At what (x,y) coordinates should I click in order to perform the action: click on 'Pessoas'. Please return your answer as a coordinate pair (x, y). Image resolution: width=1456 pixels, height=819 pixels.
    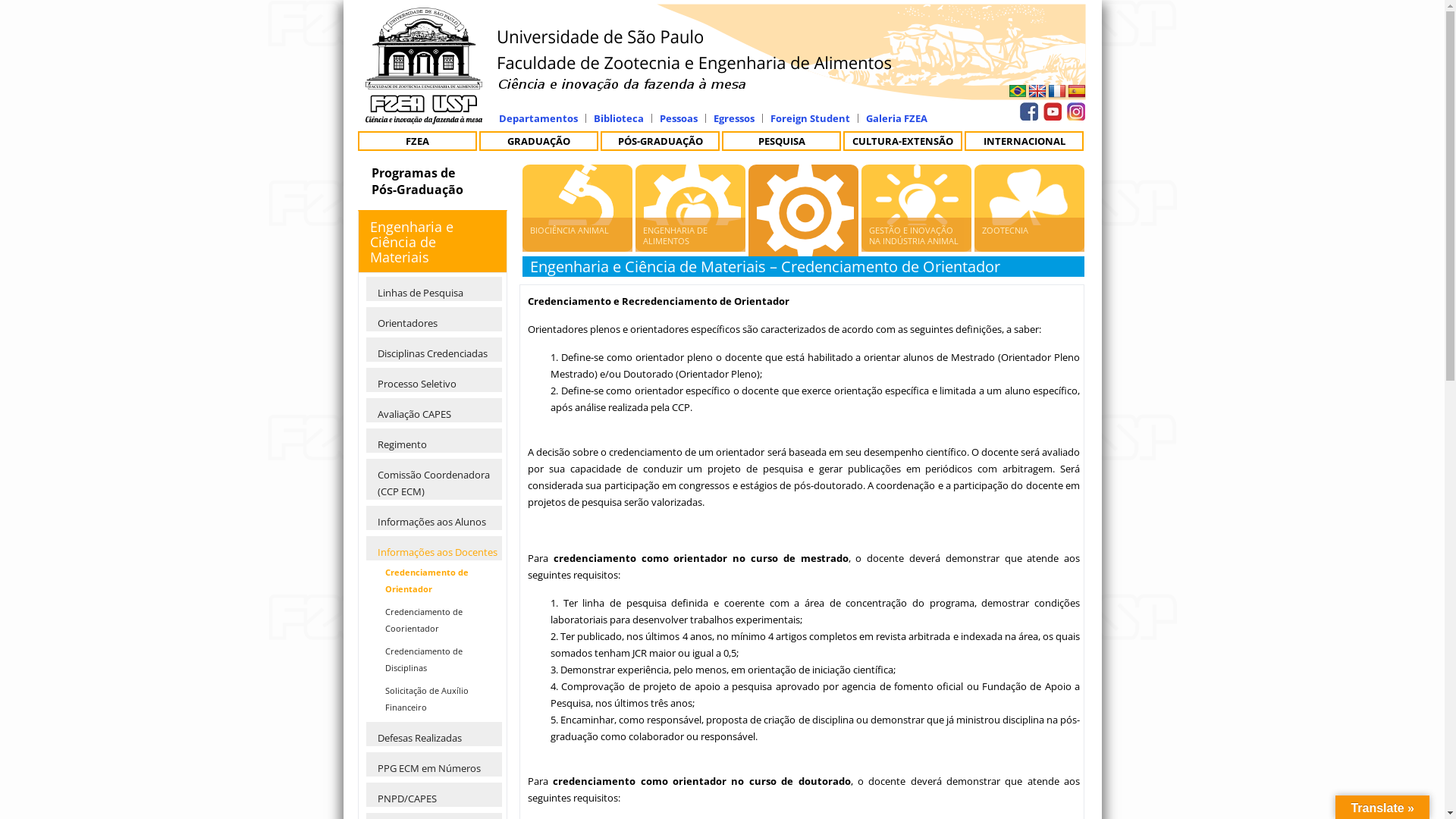
    Looking at the image, I should click on (677, 116).